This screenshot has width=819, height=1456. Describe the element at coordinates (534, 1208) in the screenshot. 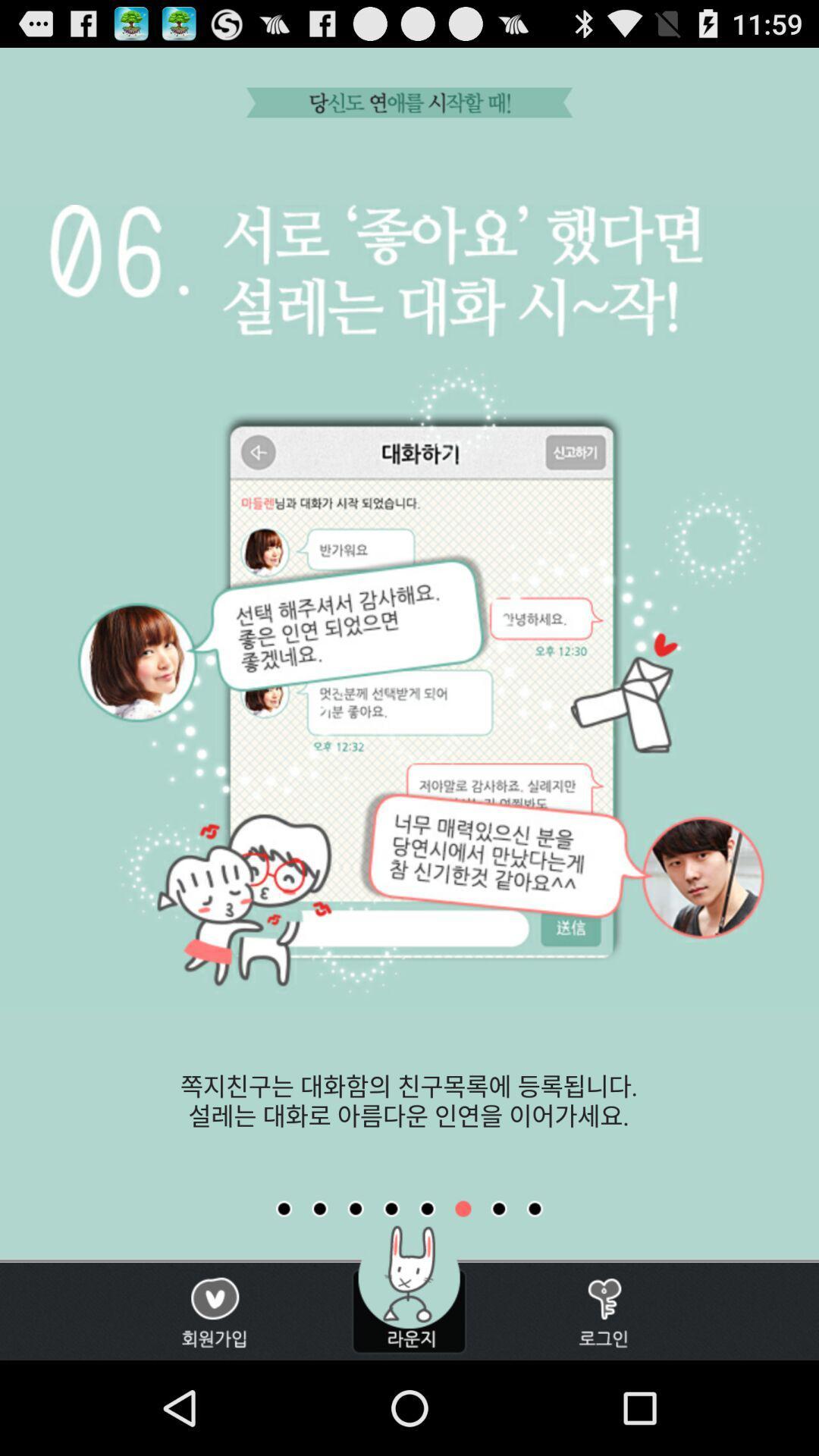

I see `go foward` at that location.